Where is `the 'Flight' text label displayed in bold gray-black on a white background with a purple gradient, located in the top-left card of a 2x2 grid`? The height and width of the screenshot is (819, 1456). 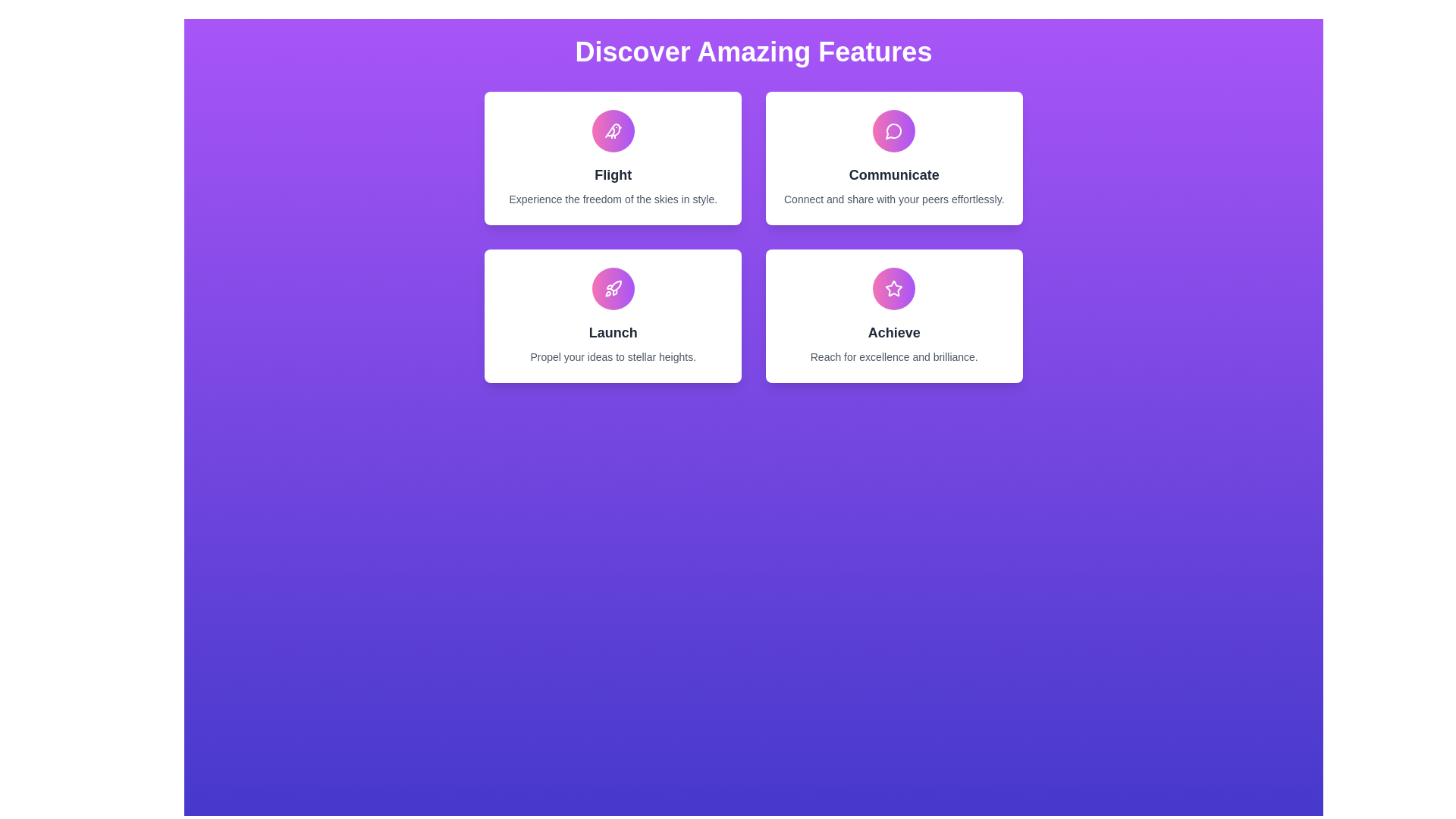
the 'Flight' text label displayed in bold gray-black on a white background with a purple gradient, located in the top-left card of a 2x2 grid is located at coordinates (613, 174).